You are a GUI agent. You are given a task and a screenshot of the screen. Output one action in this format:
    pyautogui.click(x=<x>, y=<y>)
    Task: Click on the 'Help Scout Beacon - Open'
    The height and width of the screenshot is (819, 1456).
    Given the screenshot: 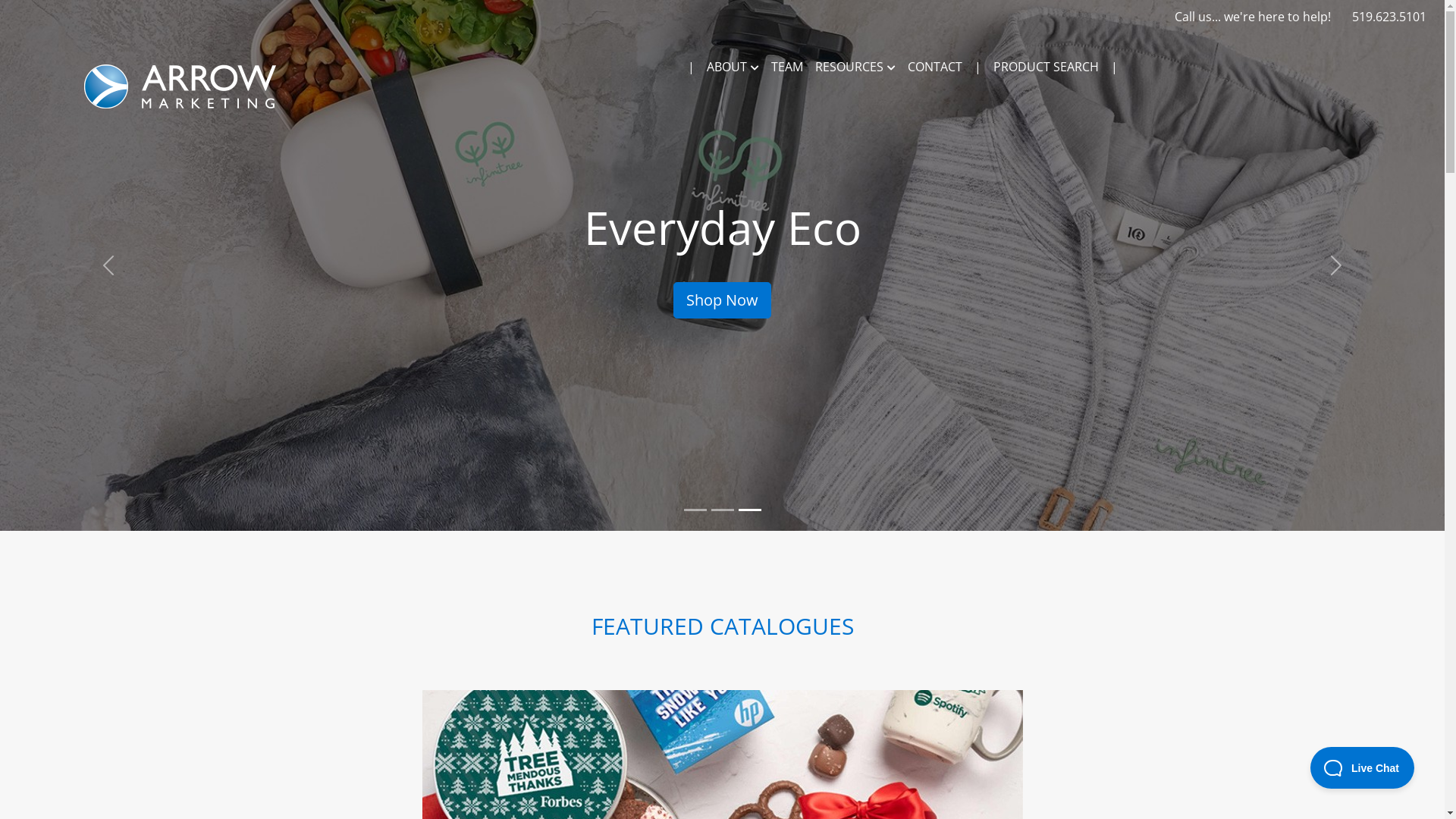 What is the action you would take?
    pyautogui.click(x=1362, y=767)
    